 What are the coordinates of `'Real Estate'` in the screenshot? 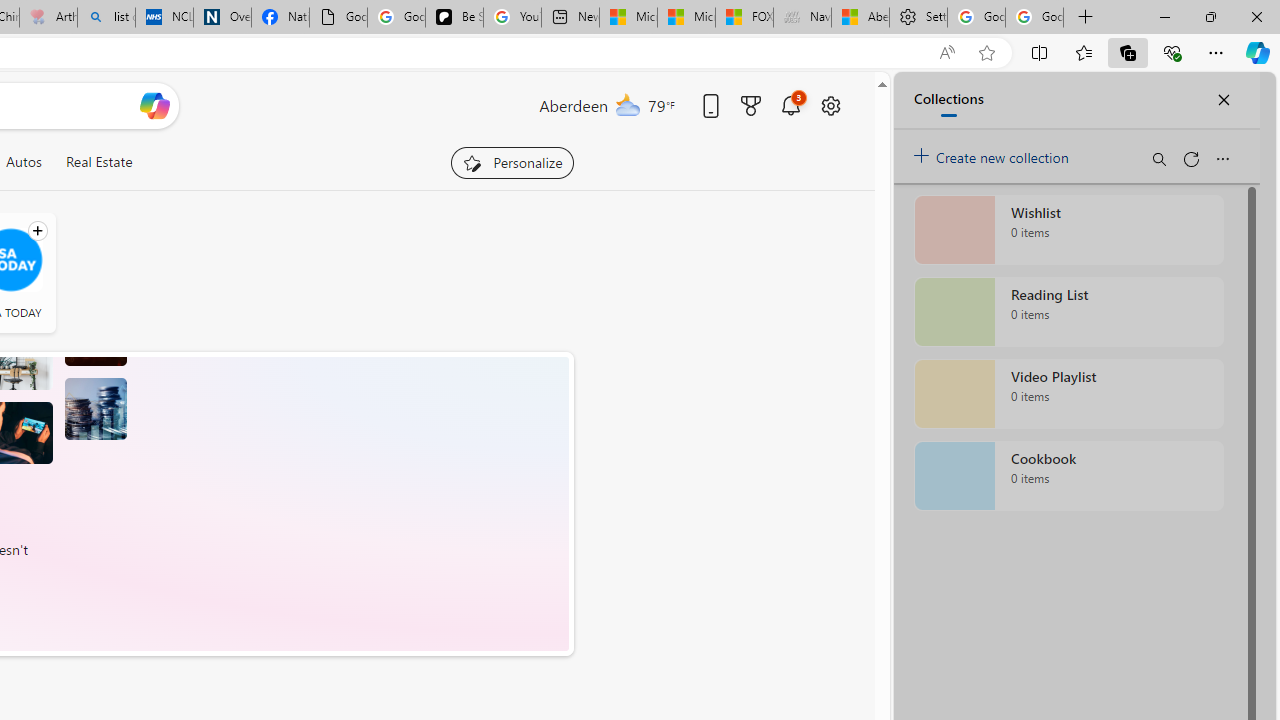 It's located at (97, 161).